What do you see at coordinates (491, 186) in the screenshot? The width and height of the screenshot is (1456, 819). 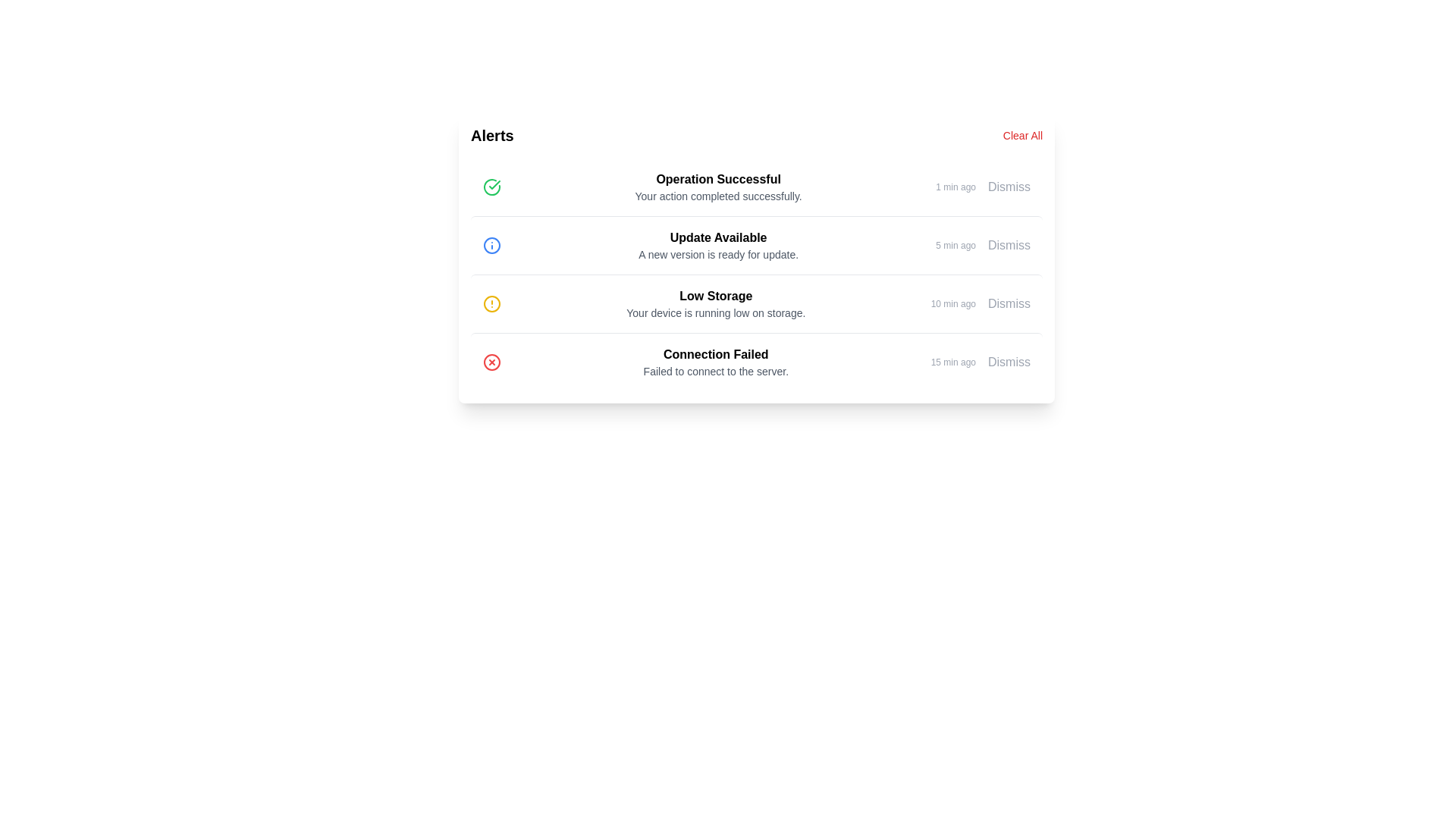 I see `the outer circular component of the icon that signifies the success of the operation, which is positioned at the top-left corner relative to the 'Operation Successful' alert text` at bounding box center [491, 186].